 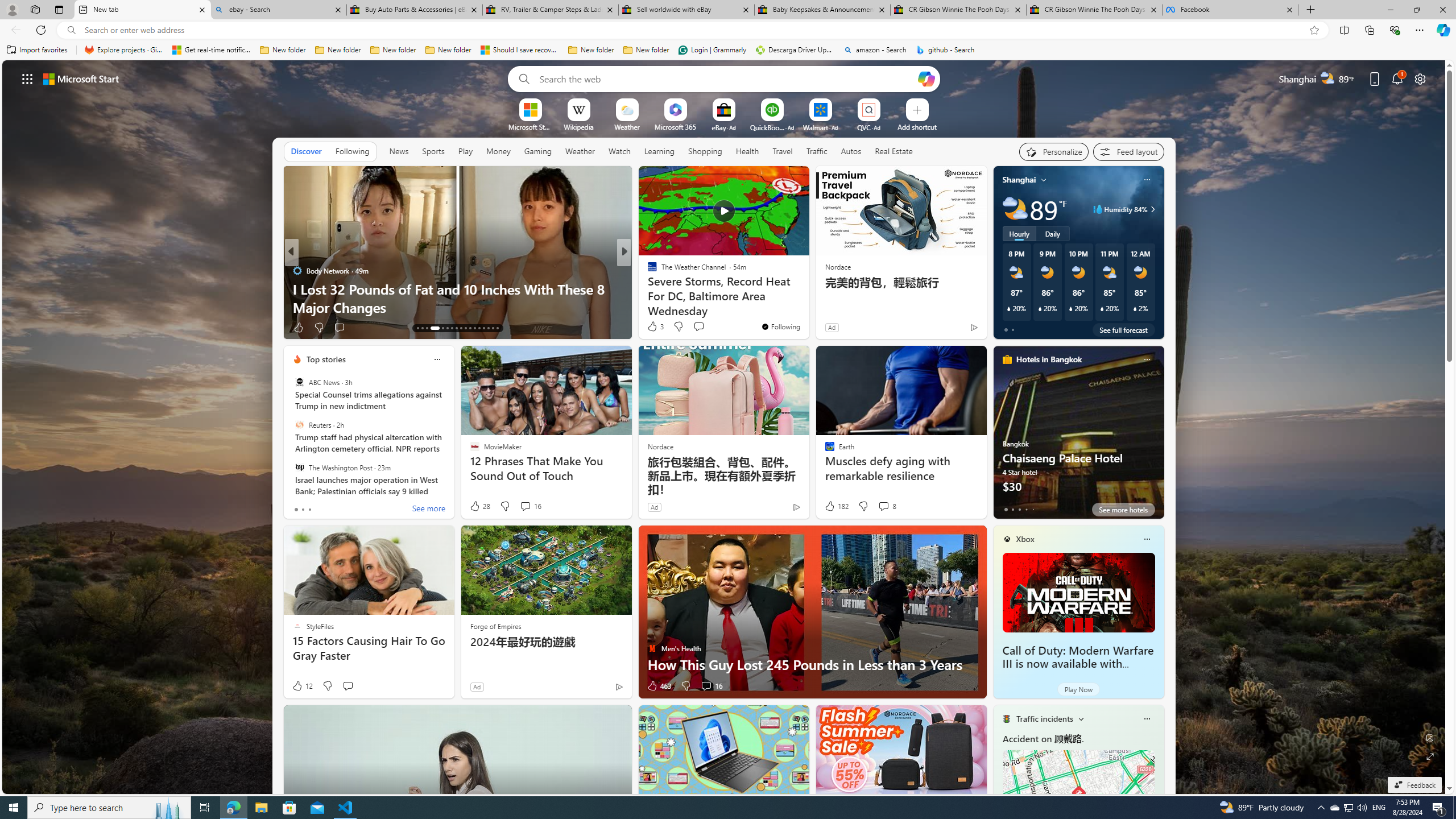 I want to click on 'ABC News', so click(x=299, y=382).